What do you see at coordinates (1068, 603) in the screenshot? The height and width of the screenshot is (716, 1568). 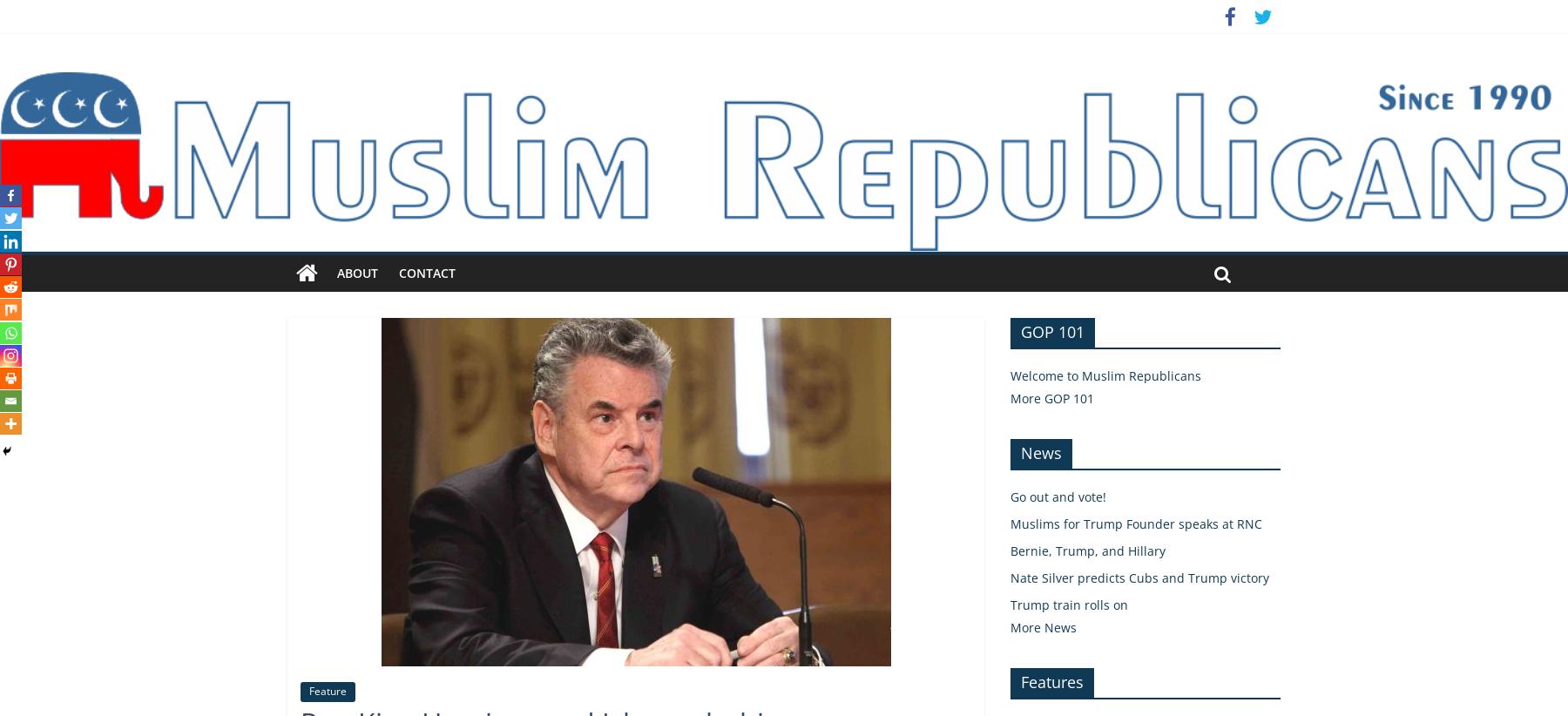 I see `'Trump train rolls on'` at bounding box center [1068, 603].